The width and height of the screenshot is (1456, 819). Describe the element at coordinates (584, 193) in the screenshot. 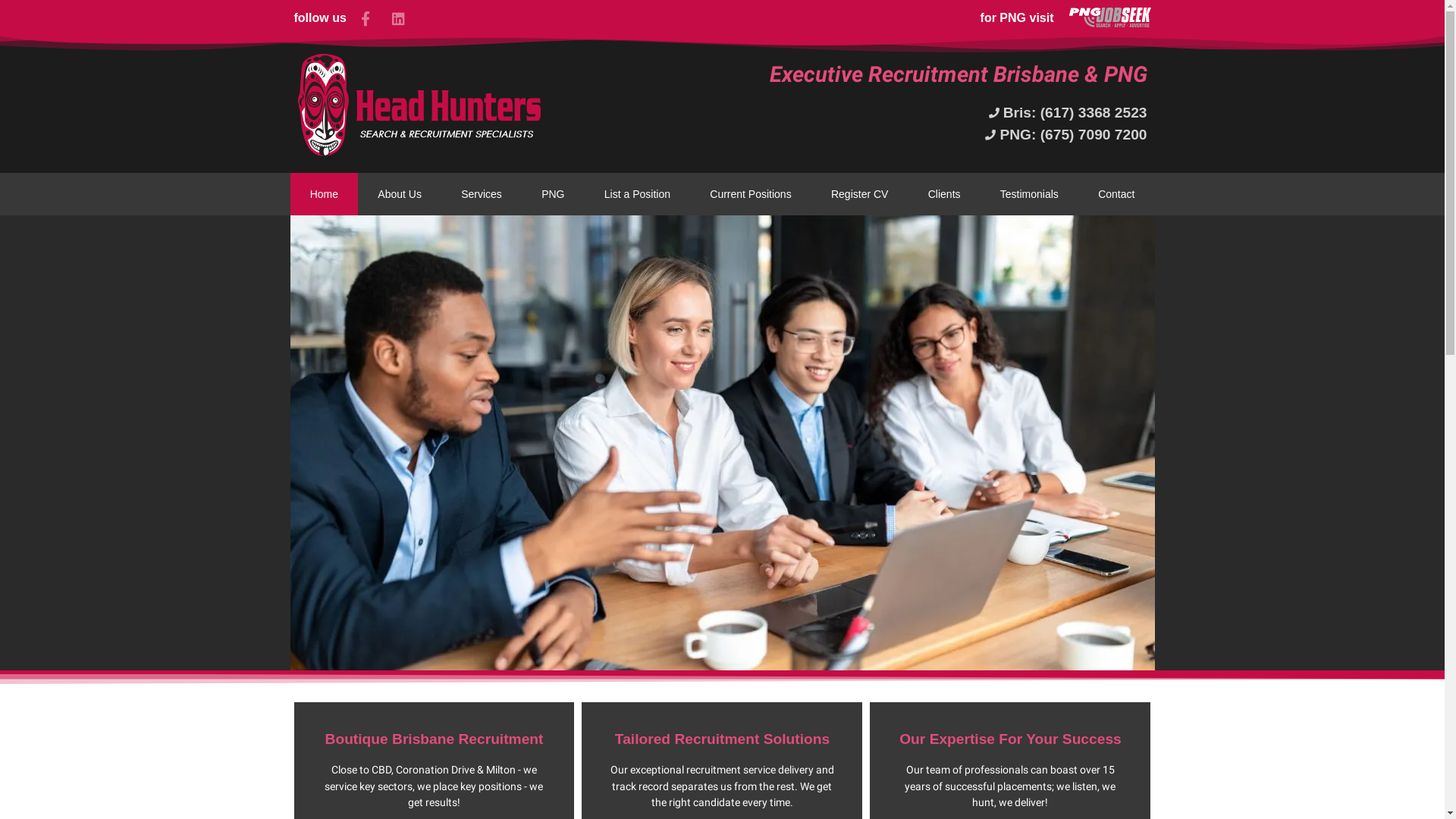

I see `'List a Position'` at that location.